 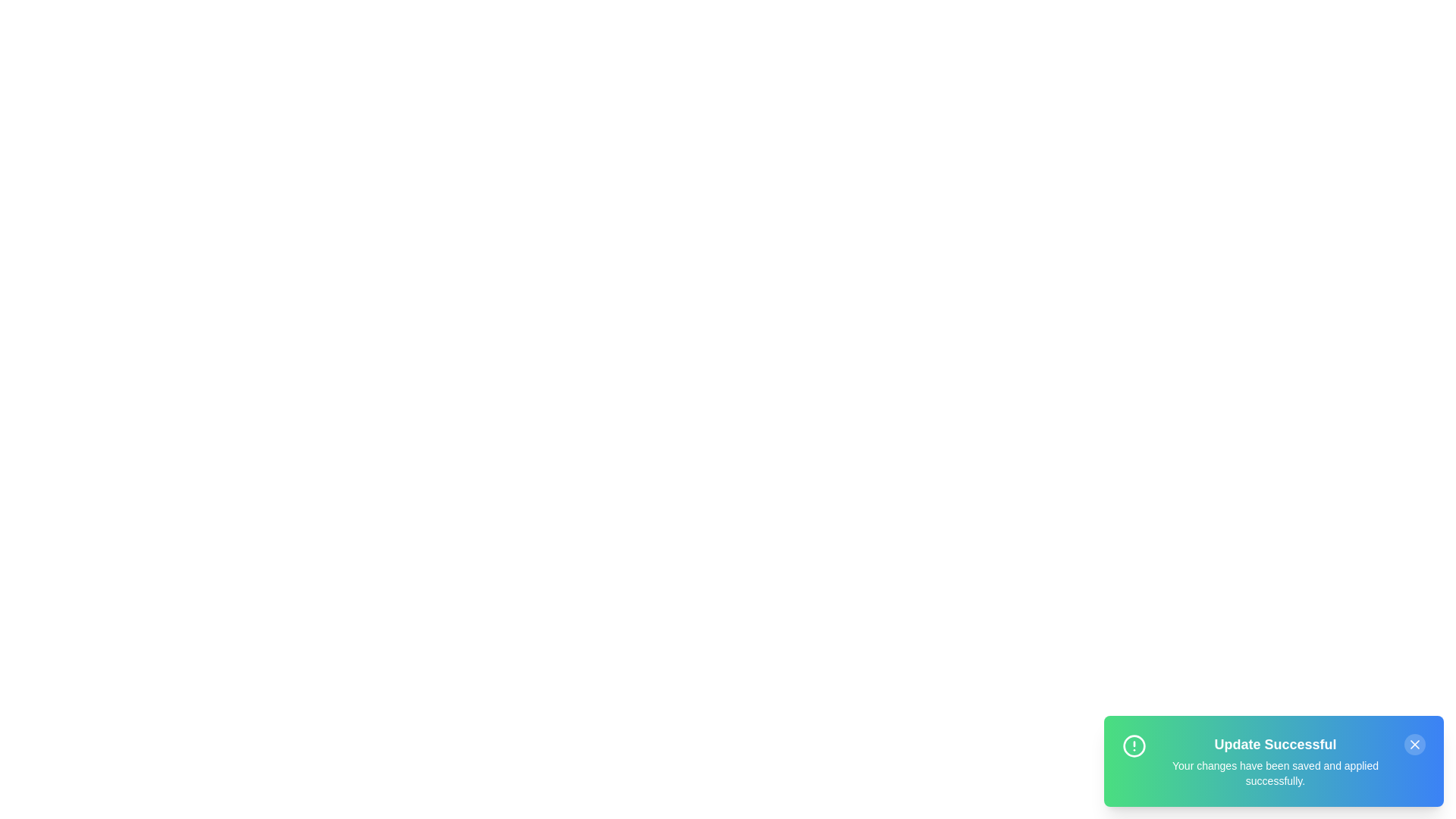 I want to click on the close button to dismiss the notification, so click(x=1414, y=744).